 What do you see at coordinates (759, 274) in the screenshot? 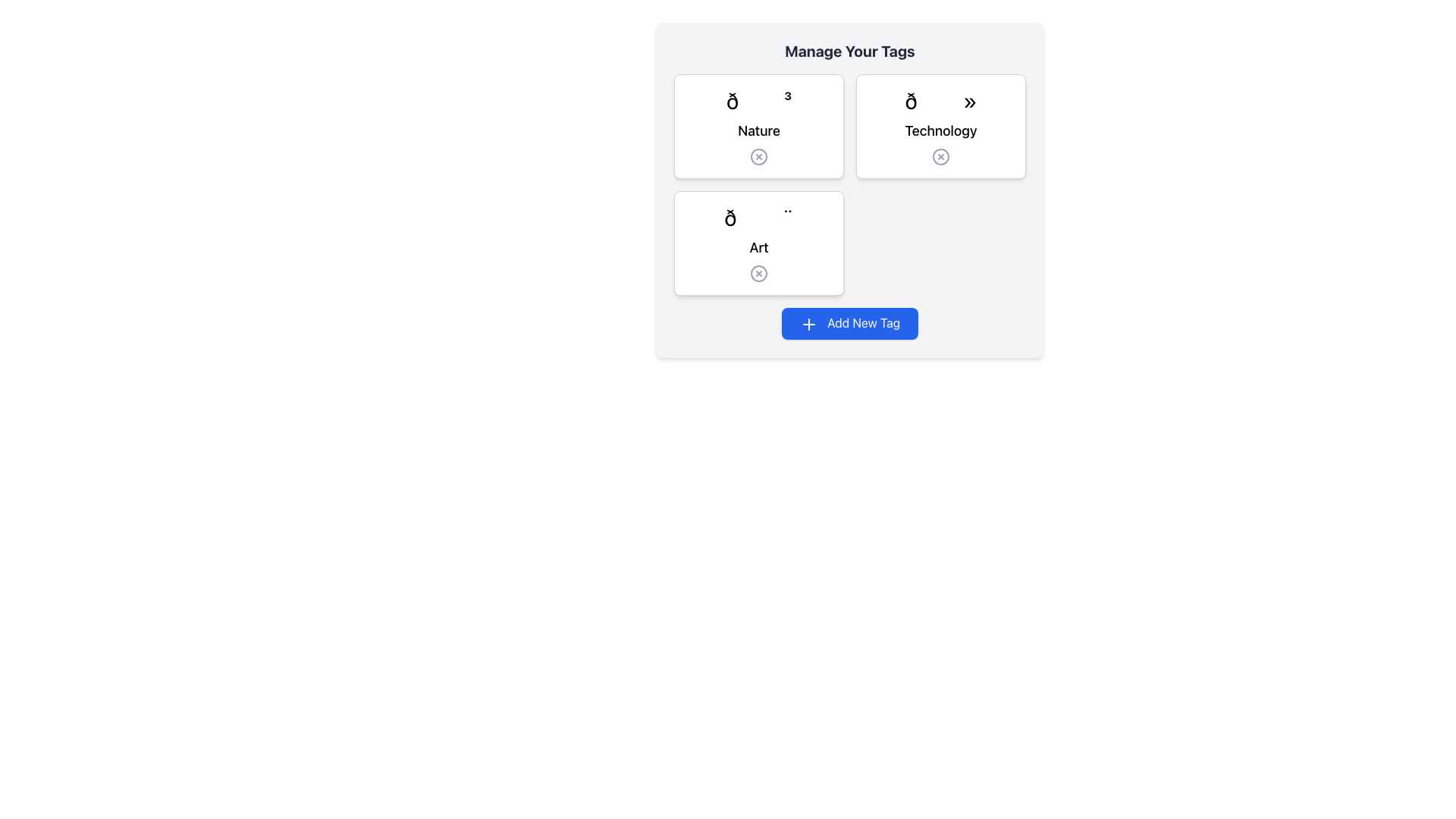
I see `the small circular SVG element that is part of a button resembling an 'X' symbol, located within the 'Art' tag card in the 'Manage Your Tags' section` at bounding box center [759, 274].